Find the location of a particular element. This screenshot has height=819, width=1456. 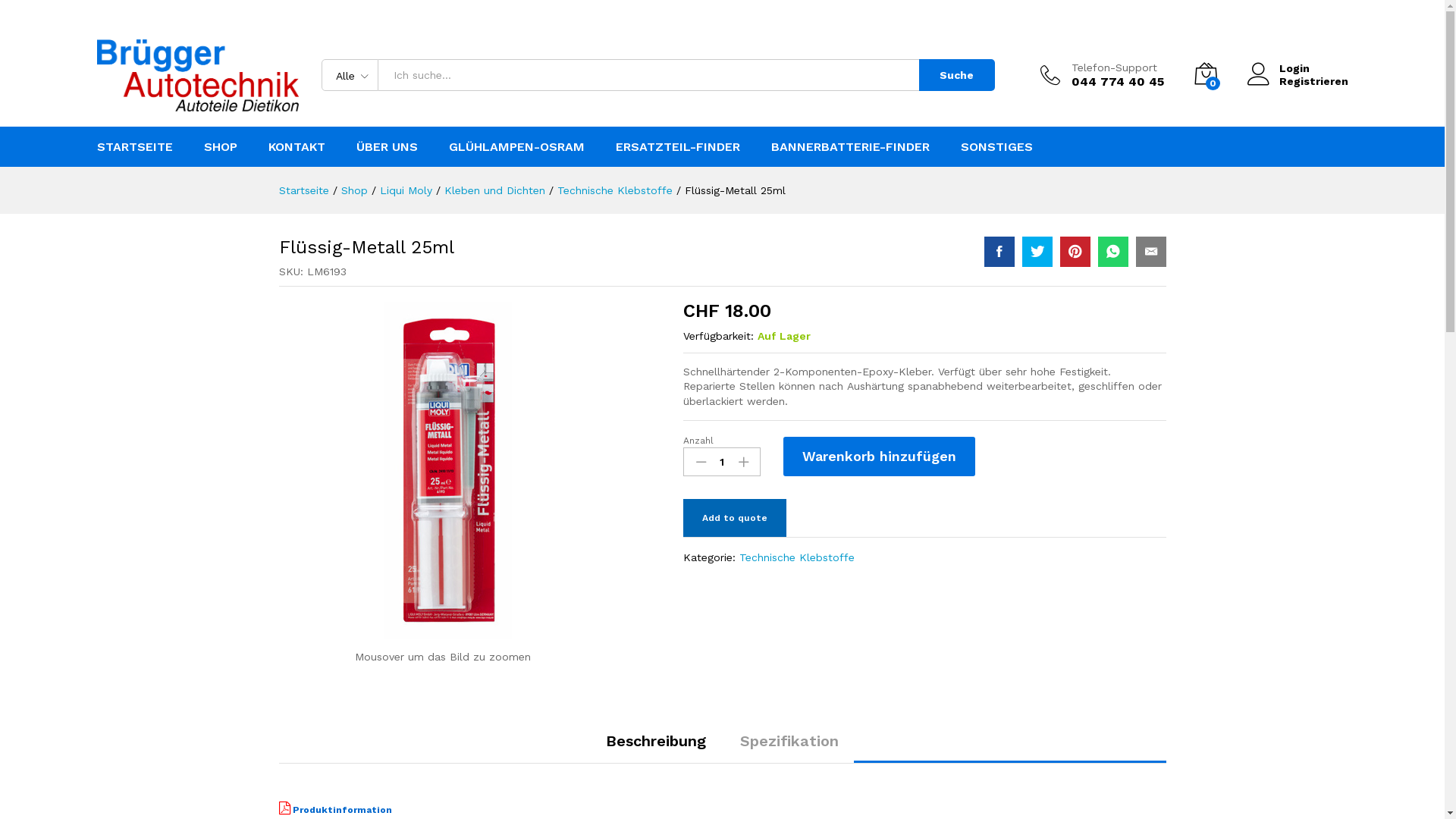

'BANNERBATTERIE-FINDER' is located at coordinates (849, 146).